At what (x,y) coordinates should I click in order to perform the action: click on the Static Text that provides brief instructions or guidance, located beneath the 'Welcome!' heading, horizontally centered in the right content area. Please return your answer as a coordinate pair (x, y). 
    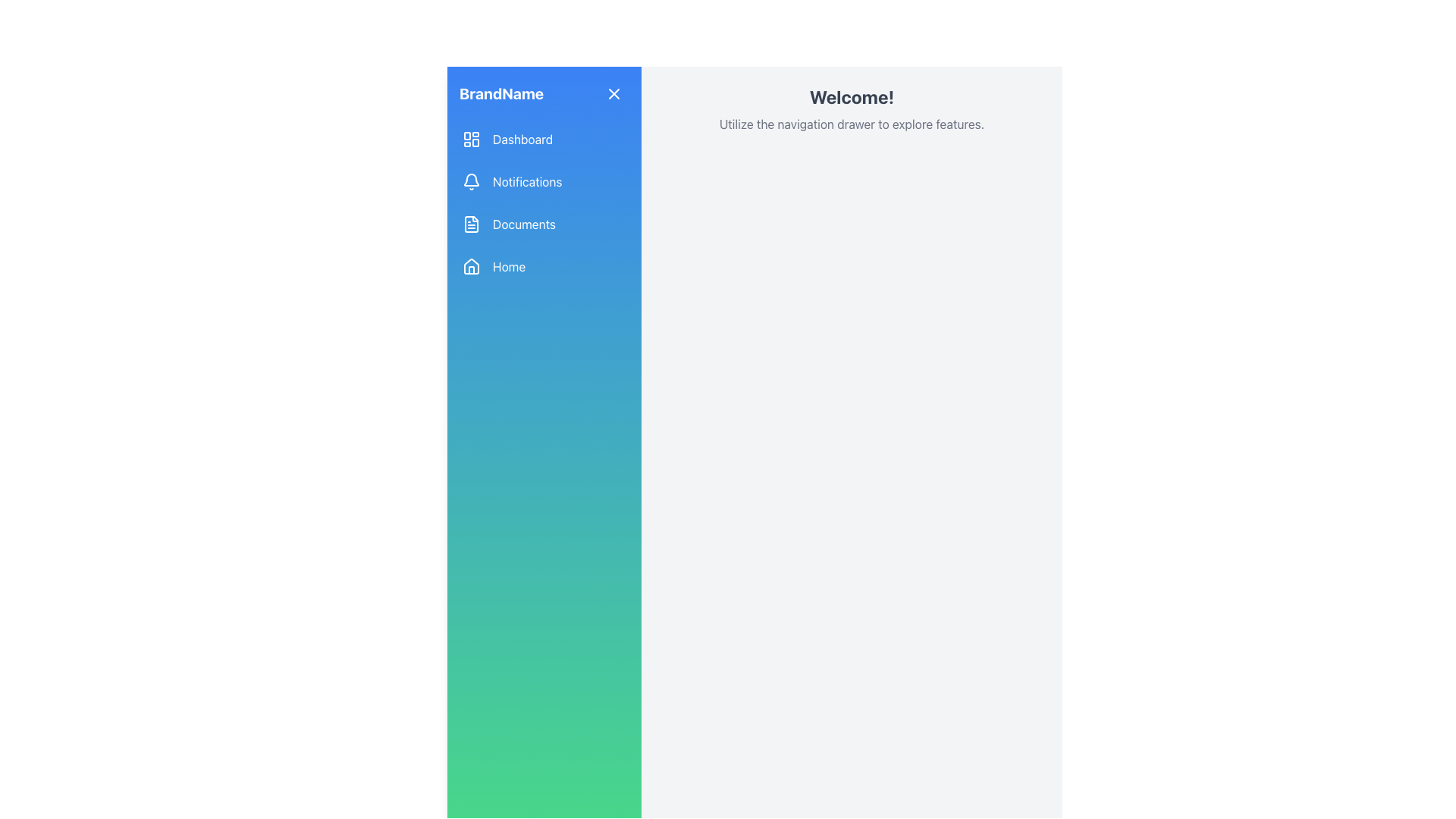
    Looking at the image, I should click on (852, 124).